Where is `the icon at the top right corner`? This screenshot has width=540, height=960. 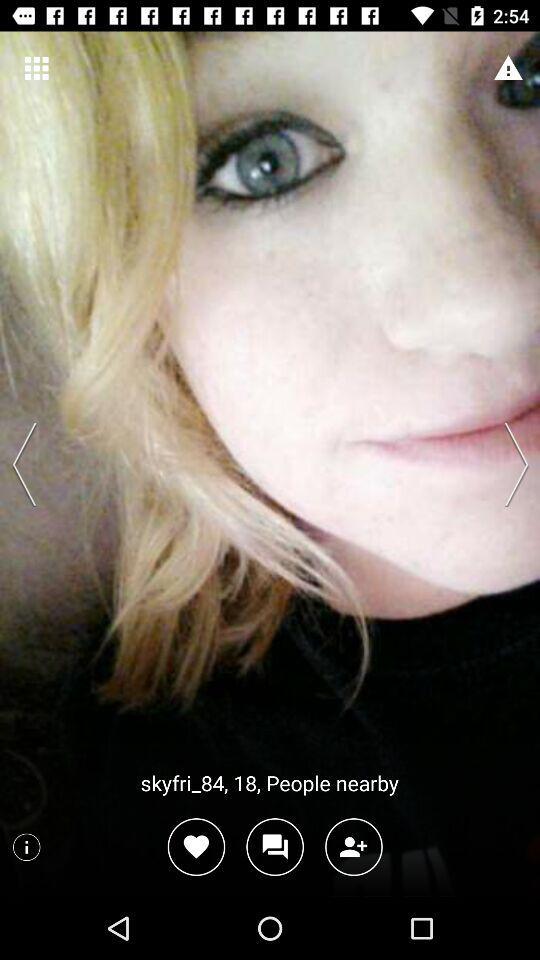
the icon at the top right corner is located at coordinates (508, 68).